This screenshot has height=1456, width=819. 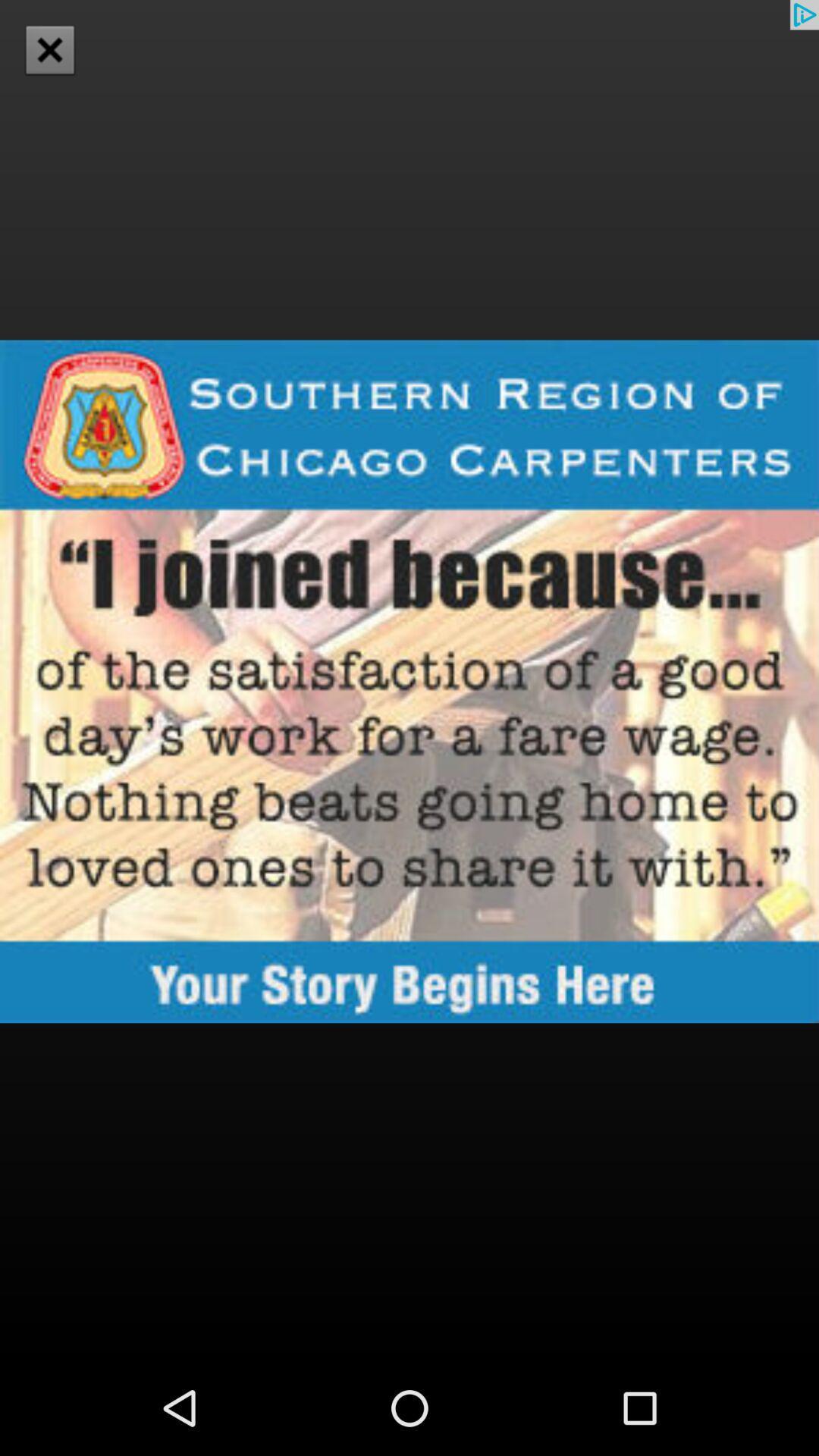 I want to click on the close icon, so click(x=49, y=53).